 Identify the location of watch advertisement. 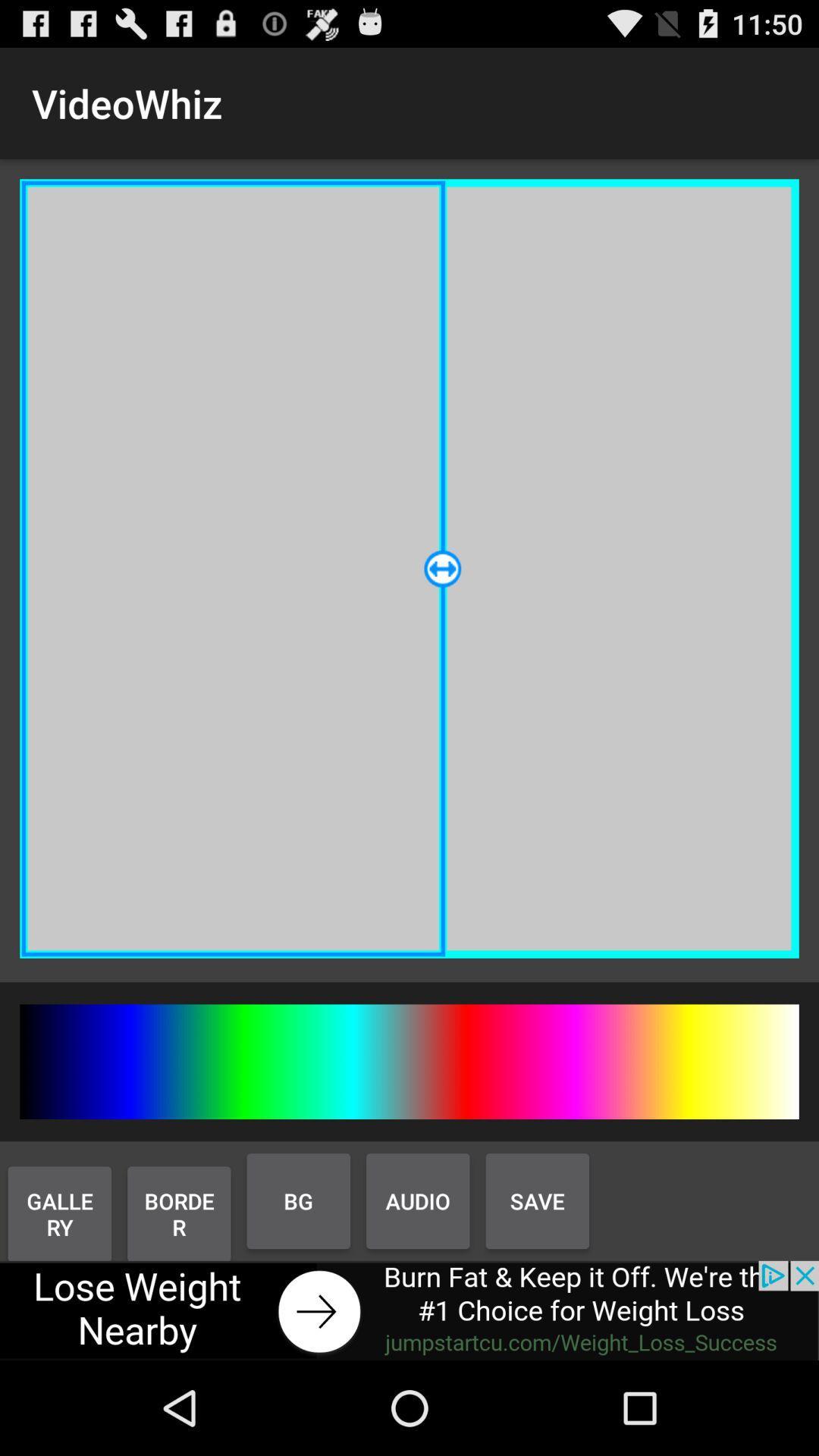
(409, 1310).